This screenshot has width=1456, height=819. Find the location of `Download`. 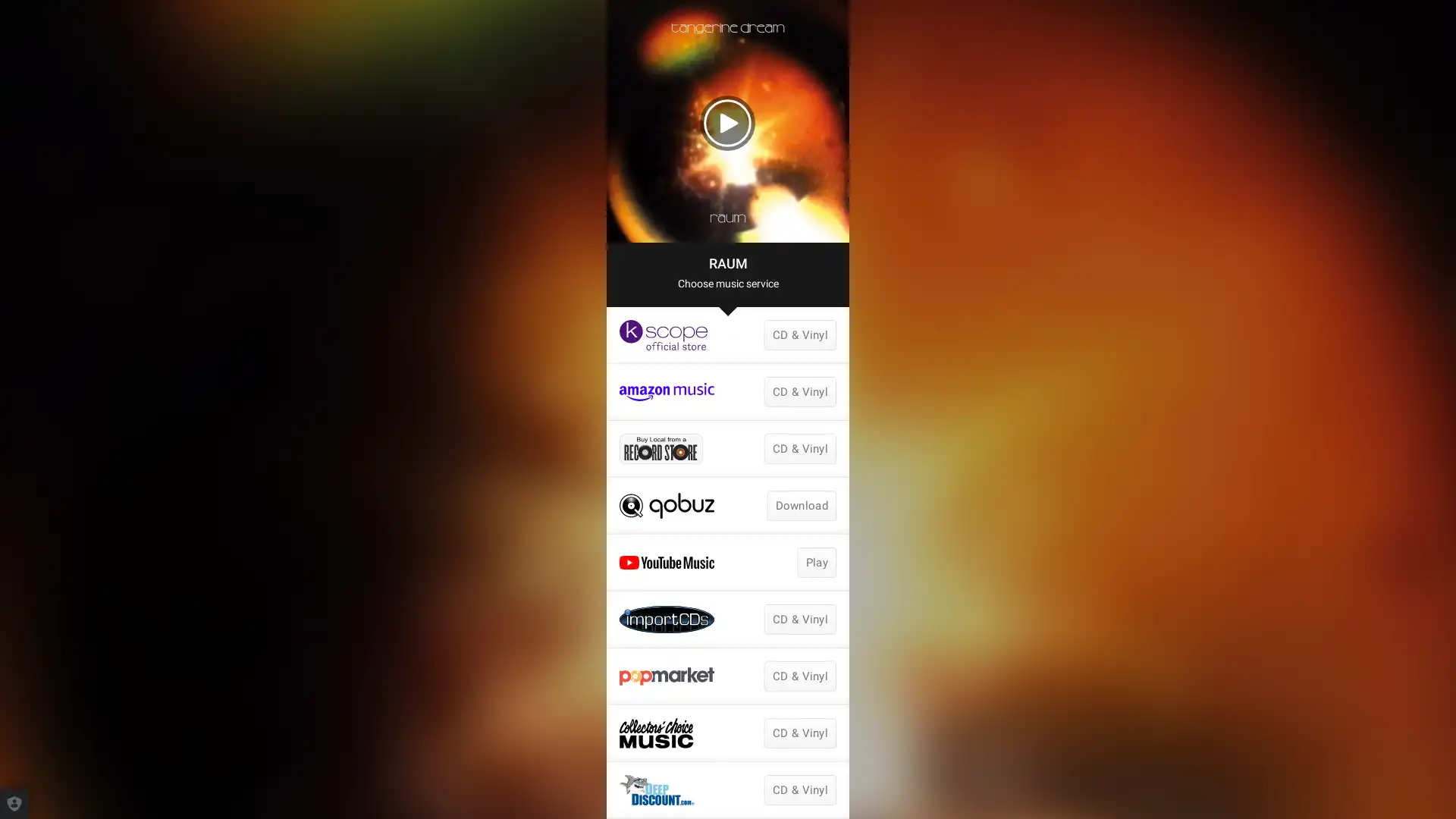

Download is located at coordinates (800, 506).